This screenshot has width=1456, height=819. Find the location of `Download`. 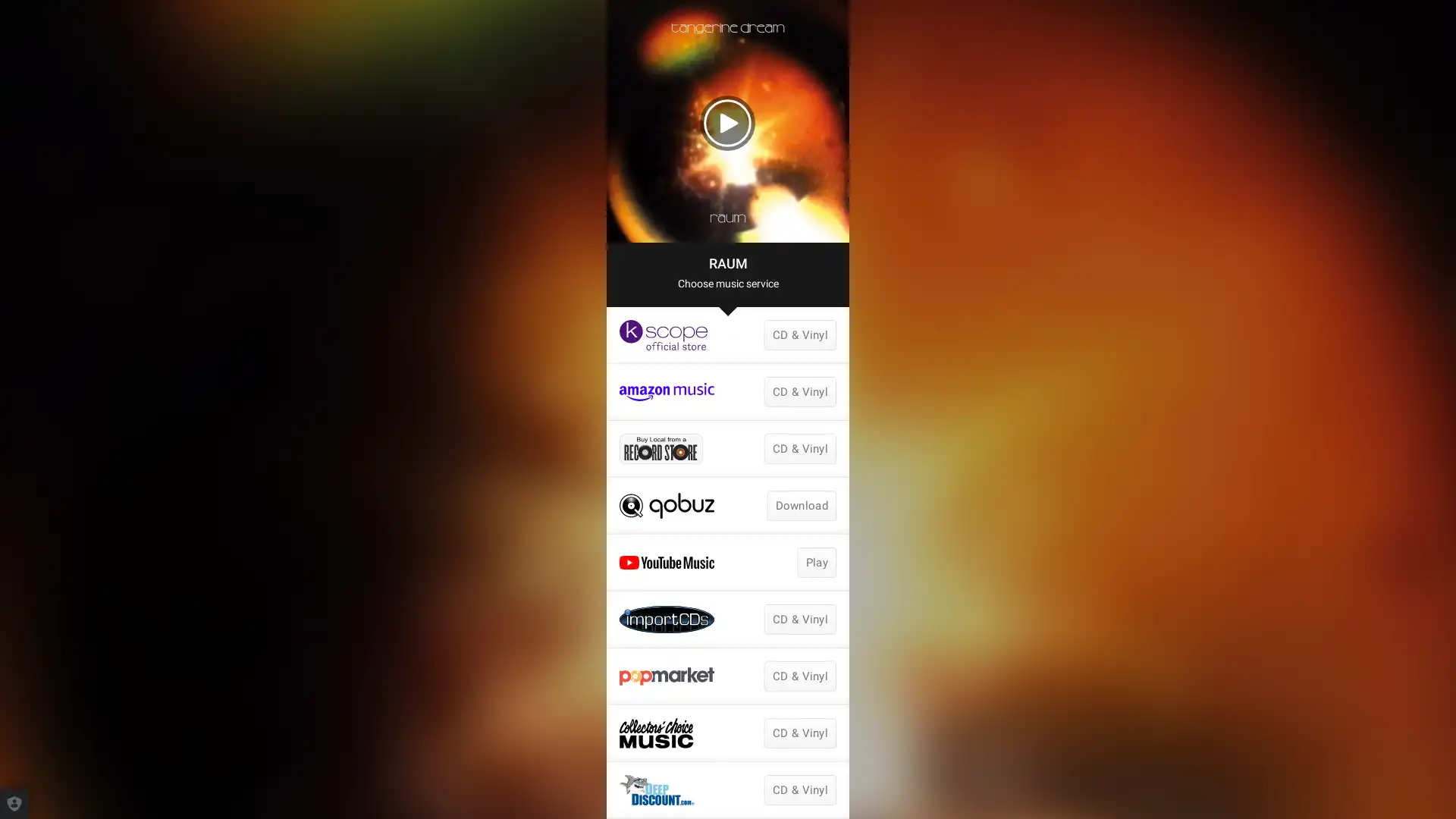

Download is located at coordinates (800, 506).